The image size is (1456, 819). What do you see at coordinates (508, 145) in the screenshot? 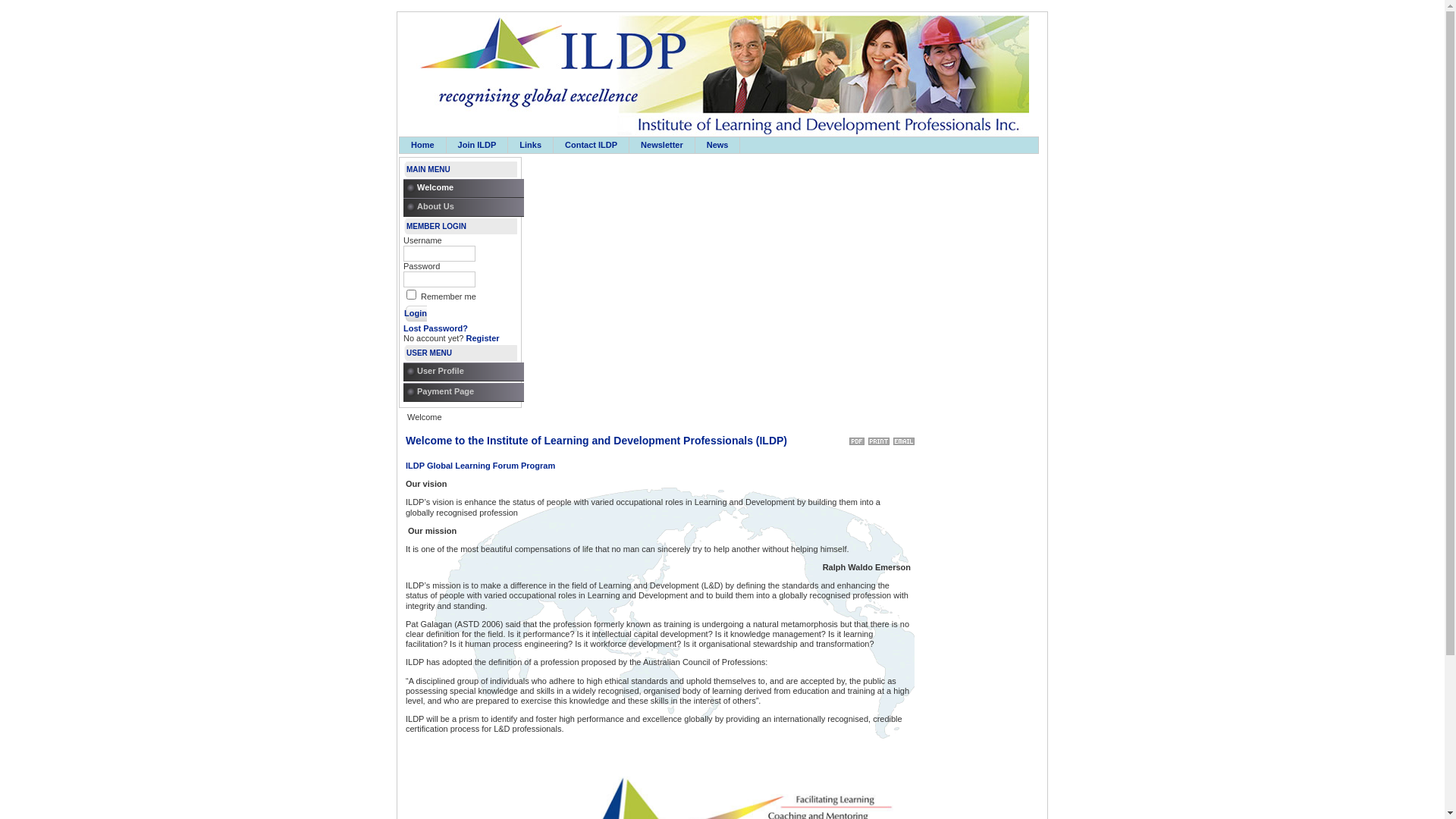
I see `'Links'` at bounding box center [508, 145].